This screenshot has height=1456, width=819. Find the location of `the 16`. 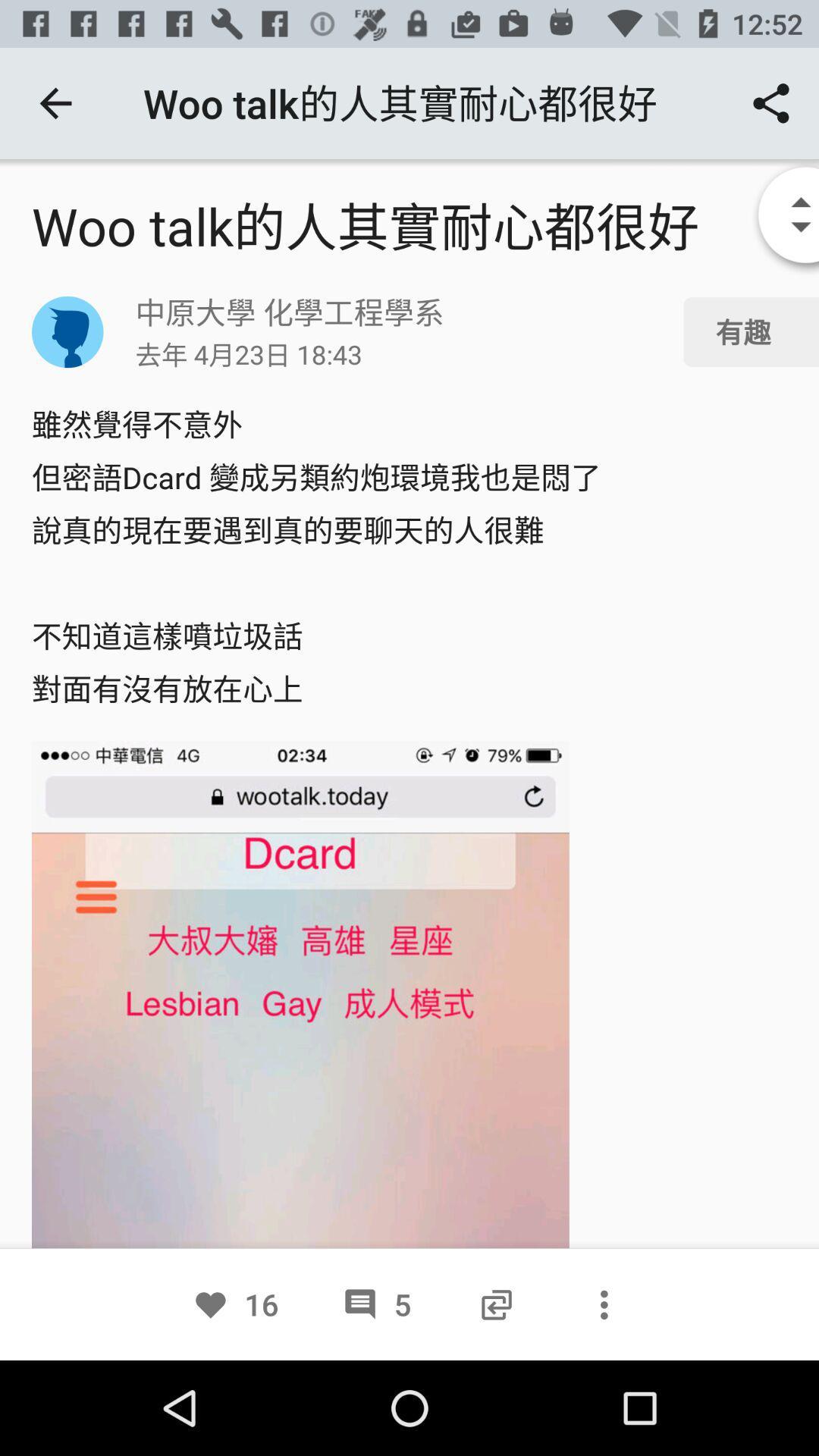

the 16 is located at coordinates (235, 1304).